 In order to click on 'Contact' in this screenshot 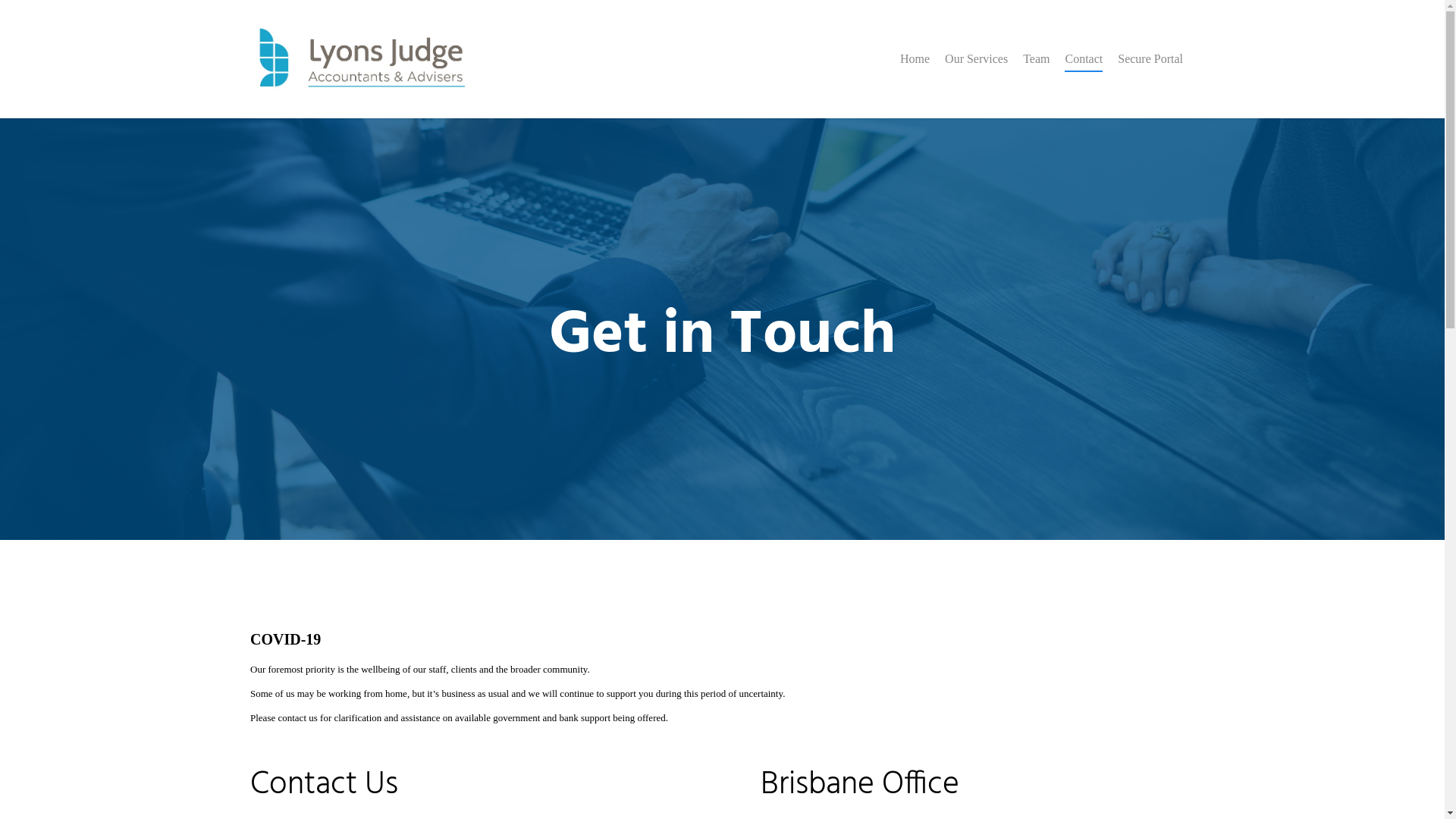, I will do `click(1083, 70)`.